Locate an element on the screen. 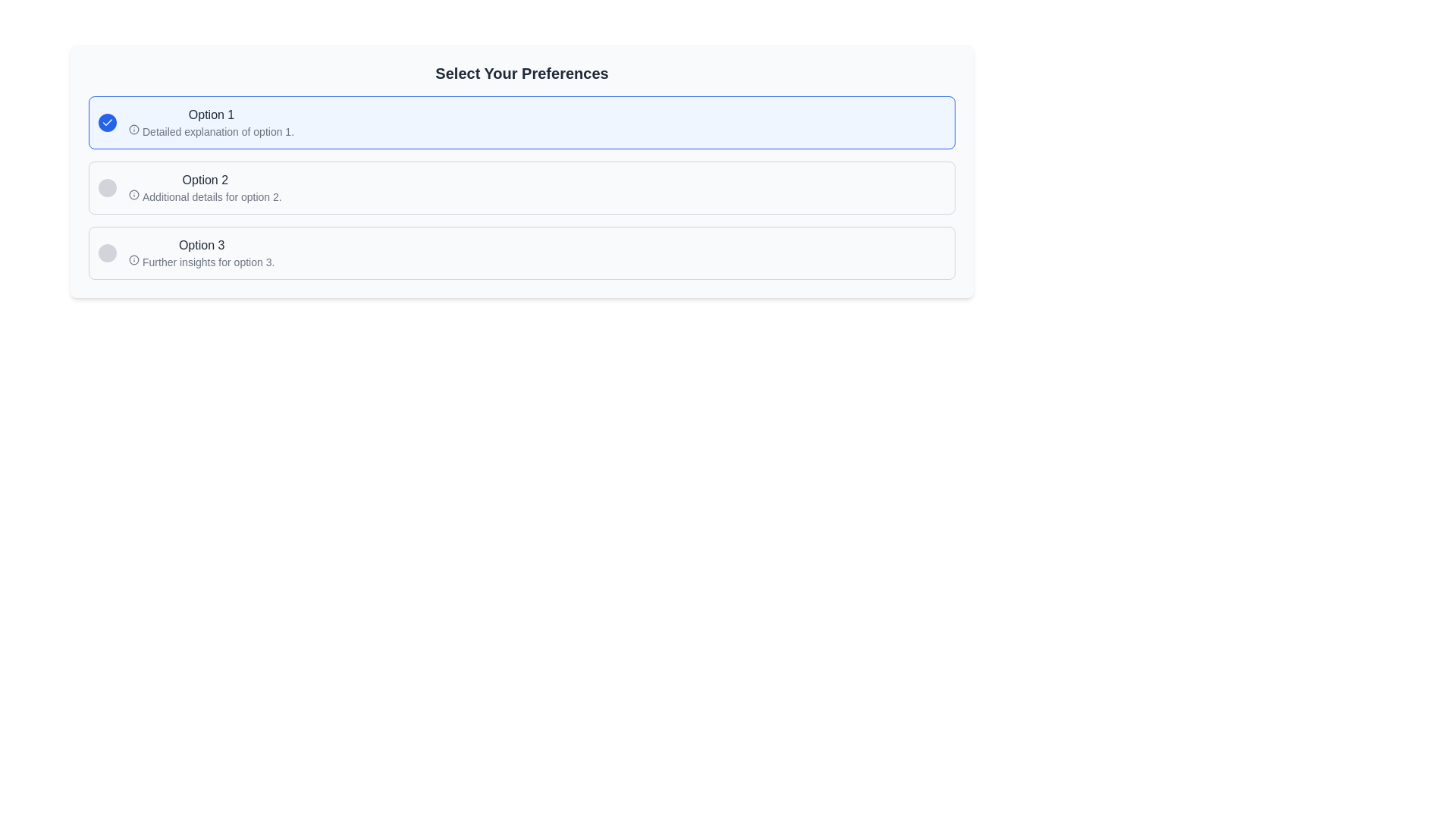 This screenshot has width=1456, height=819. the selection state of the checkmark icon within the blue circular background, which indicates the selection of 'Option 1' is located at coordinates (107, 122).